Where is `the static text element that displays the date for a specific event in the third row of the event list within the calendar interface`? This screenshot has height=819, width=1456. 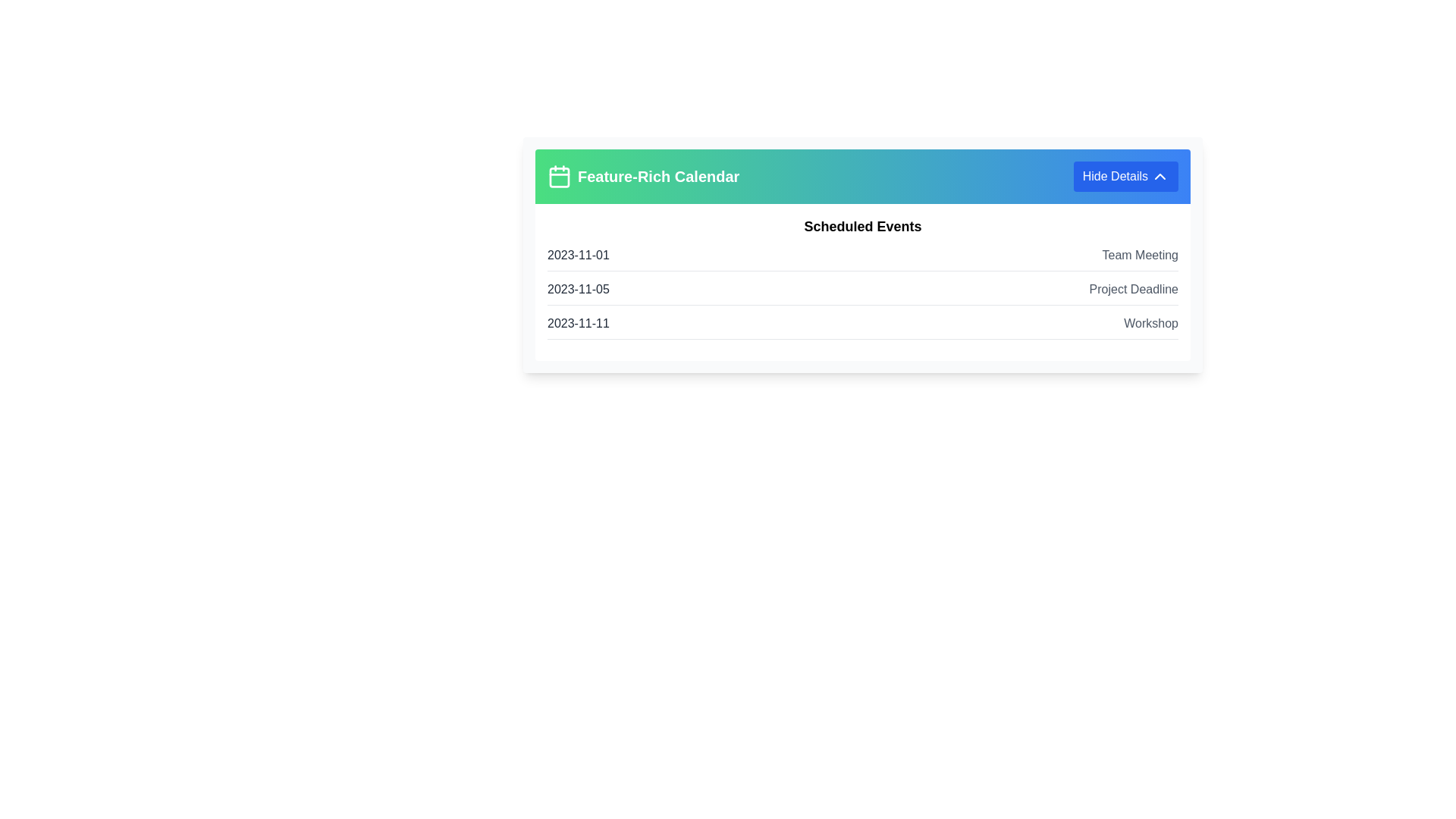
the static text element that displays the date for a specific event in the third row of the event list within the calendar interface is located at coordinates (578, 323).